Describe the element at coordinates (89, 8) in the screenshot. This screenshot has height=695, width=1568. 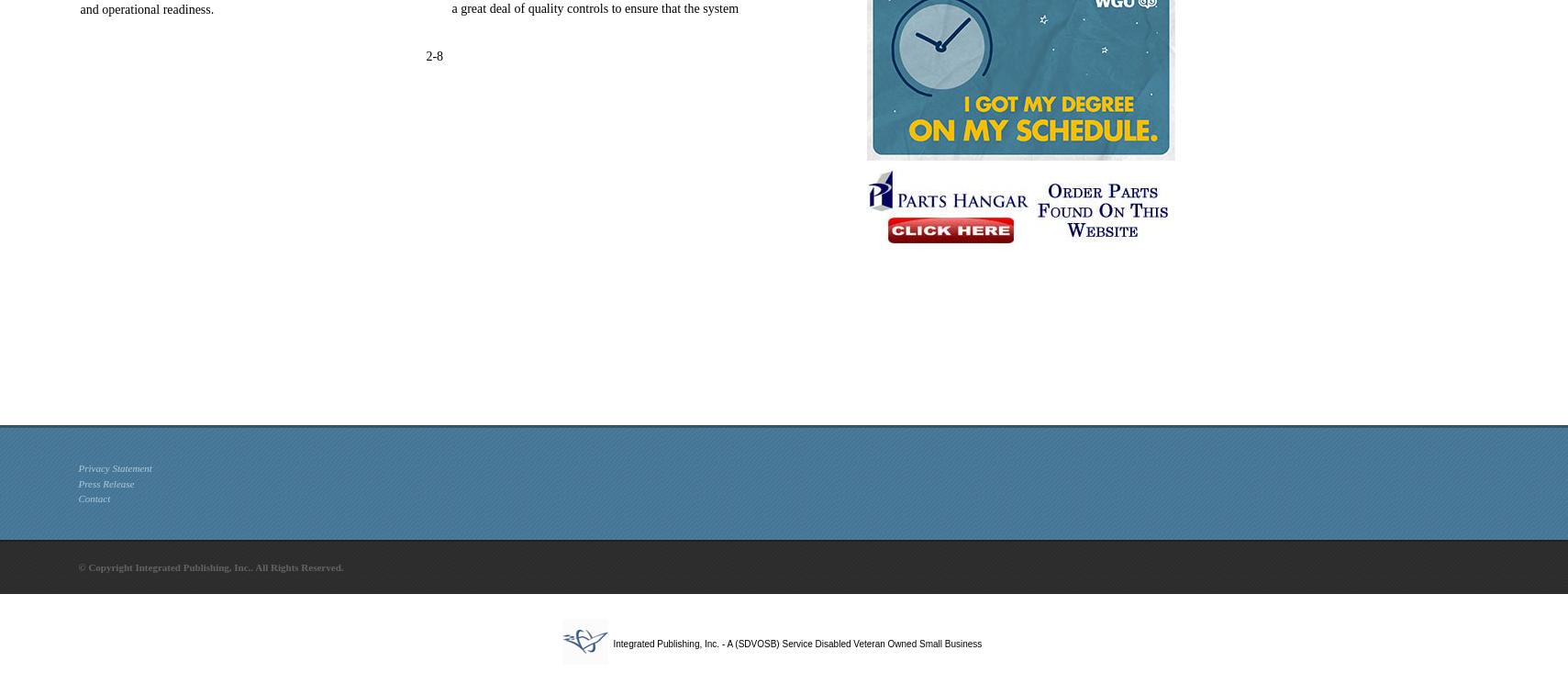
I see `'and'` at that location.